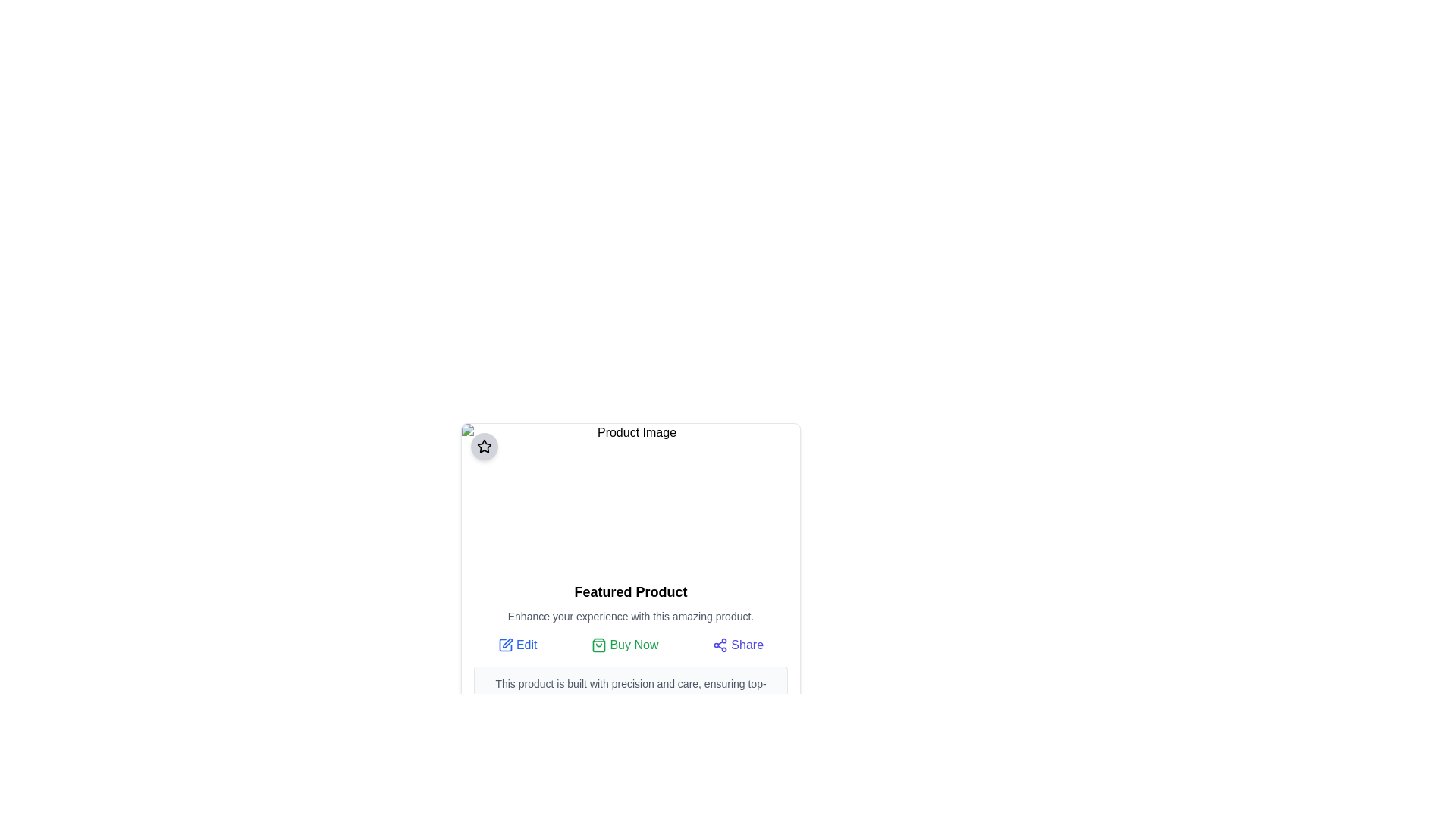 The height and width of the screenshot is (819, 1456). I want to click on the edit icon located to the left of the 'Edit' text, found in the bottom section of the card beneath the product's description to initiate the edit action, so click(506, 645).